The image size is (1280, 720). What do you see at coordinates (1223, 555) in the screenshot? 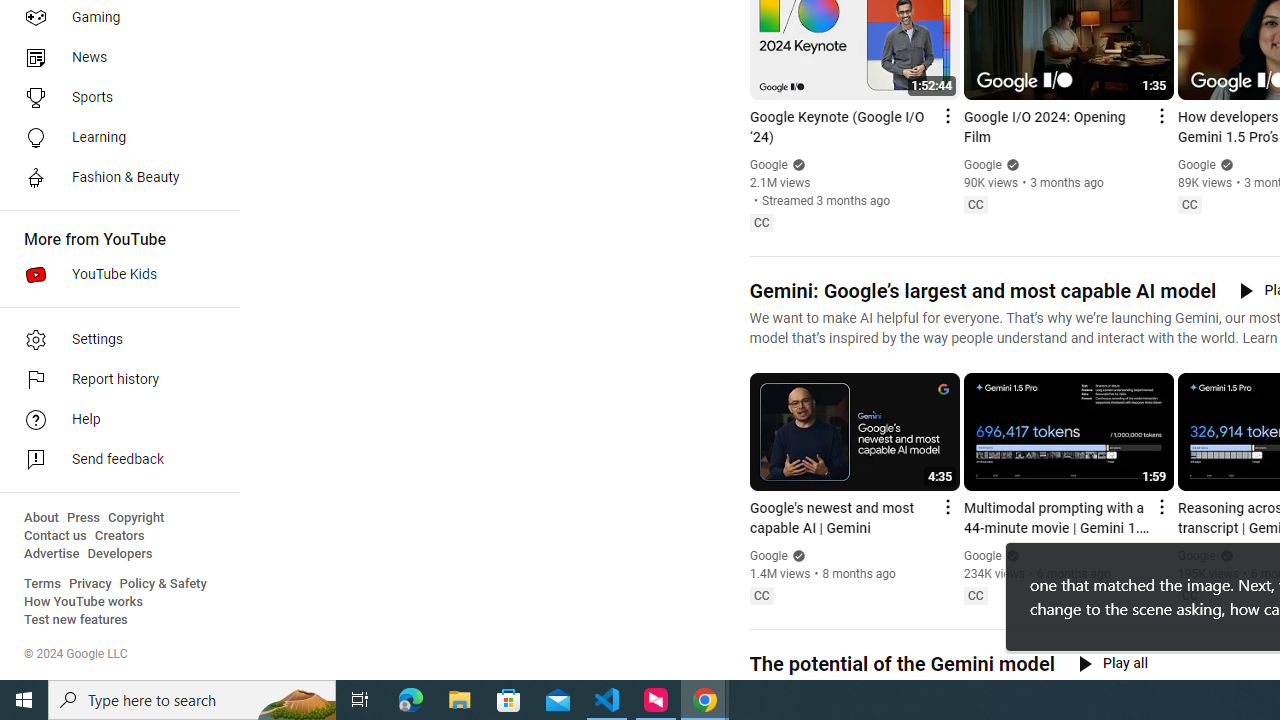
I see `'Verified'` at bounding box center [1223, 555].